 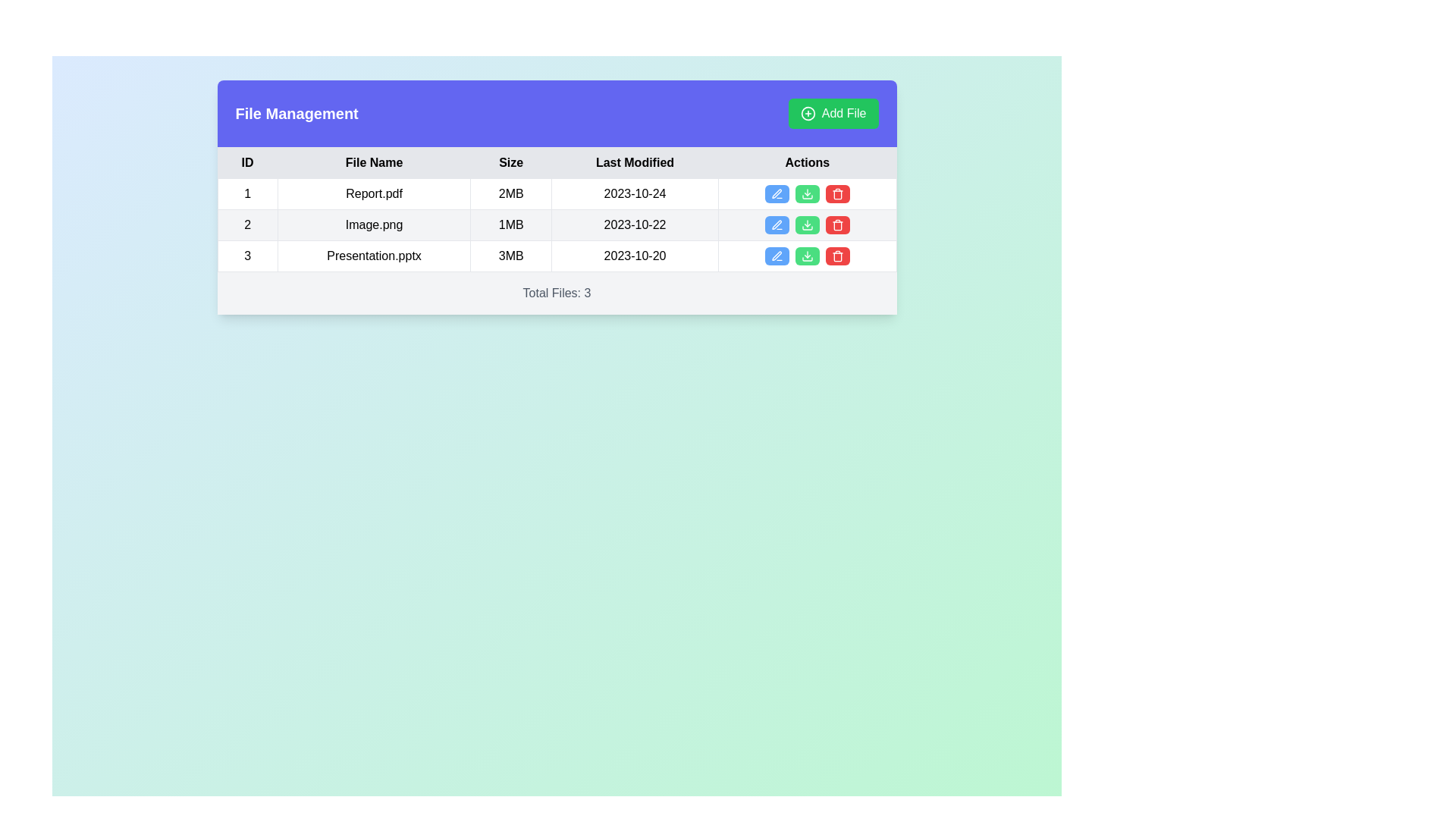 I want to click on the 'Last Modified' table header cell, which is the fourth column in the table header row, positioned between the 'Size' and 'Actions' columns, so click(x=635, y=163).